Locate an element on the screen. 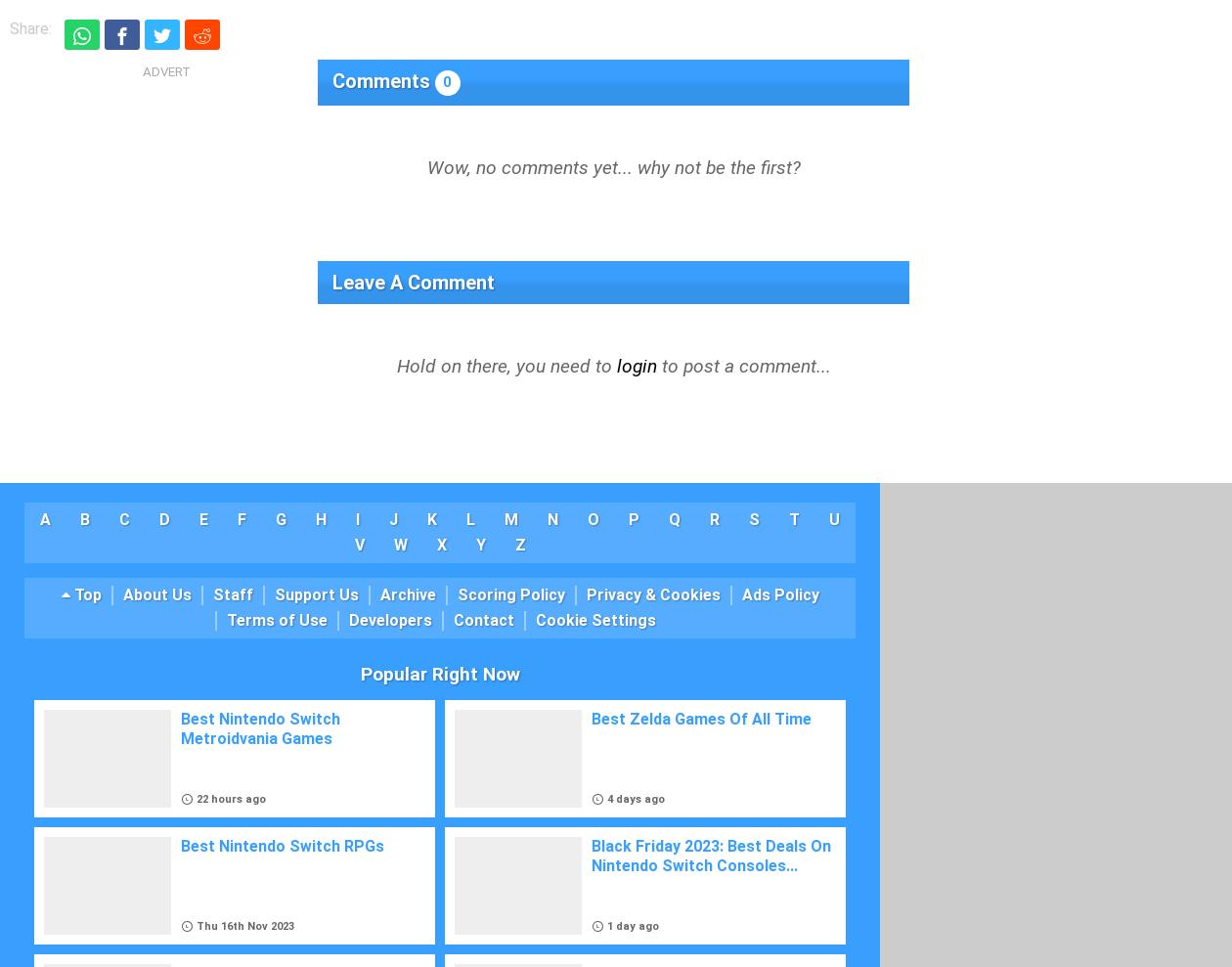 This screenshot has height=967, width=1232. '1 day ago' is located at coordinates (607, 926).